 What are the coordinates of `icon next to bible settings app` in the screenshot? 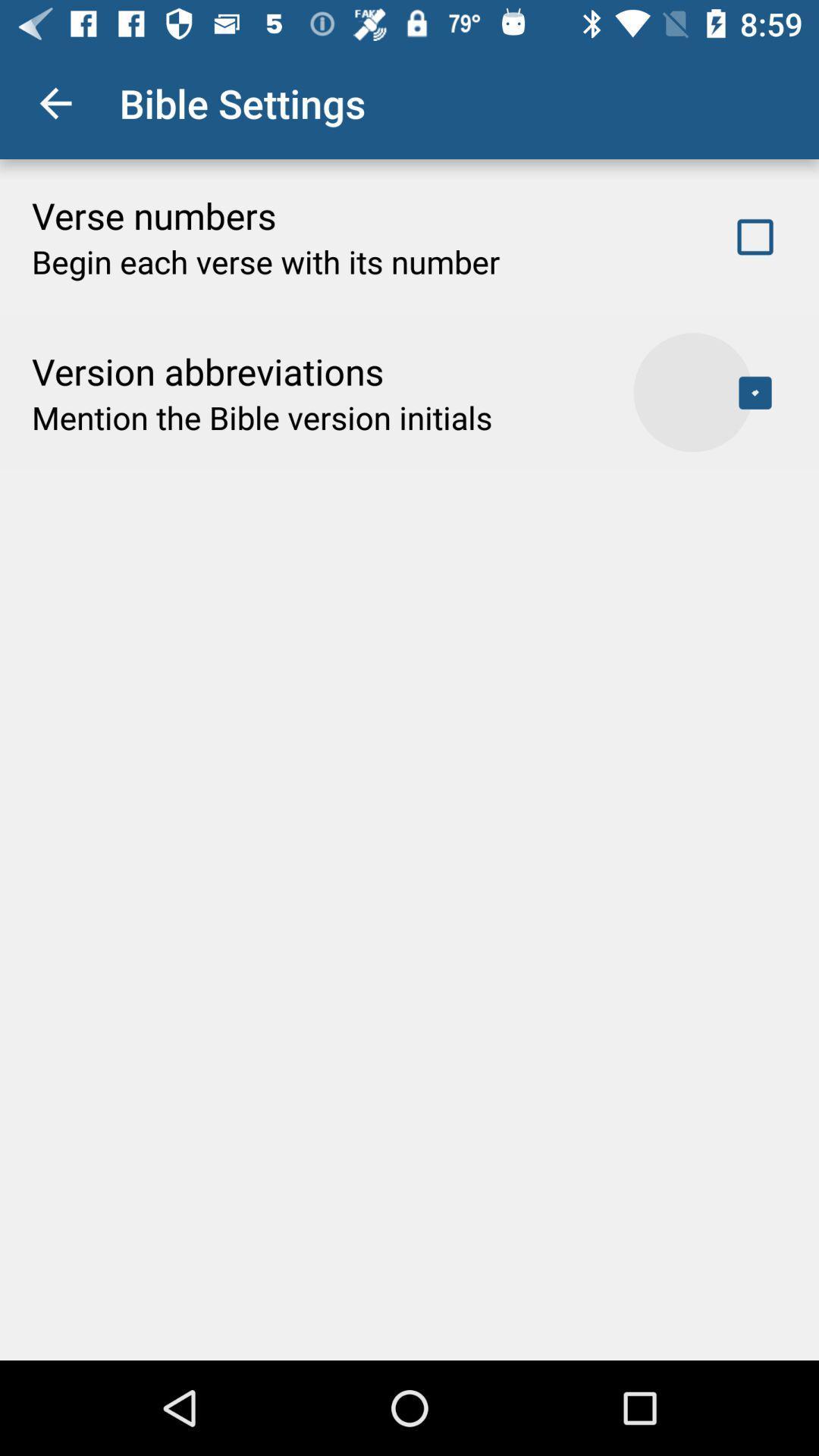 It's located at (55, 102).